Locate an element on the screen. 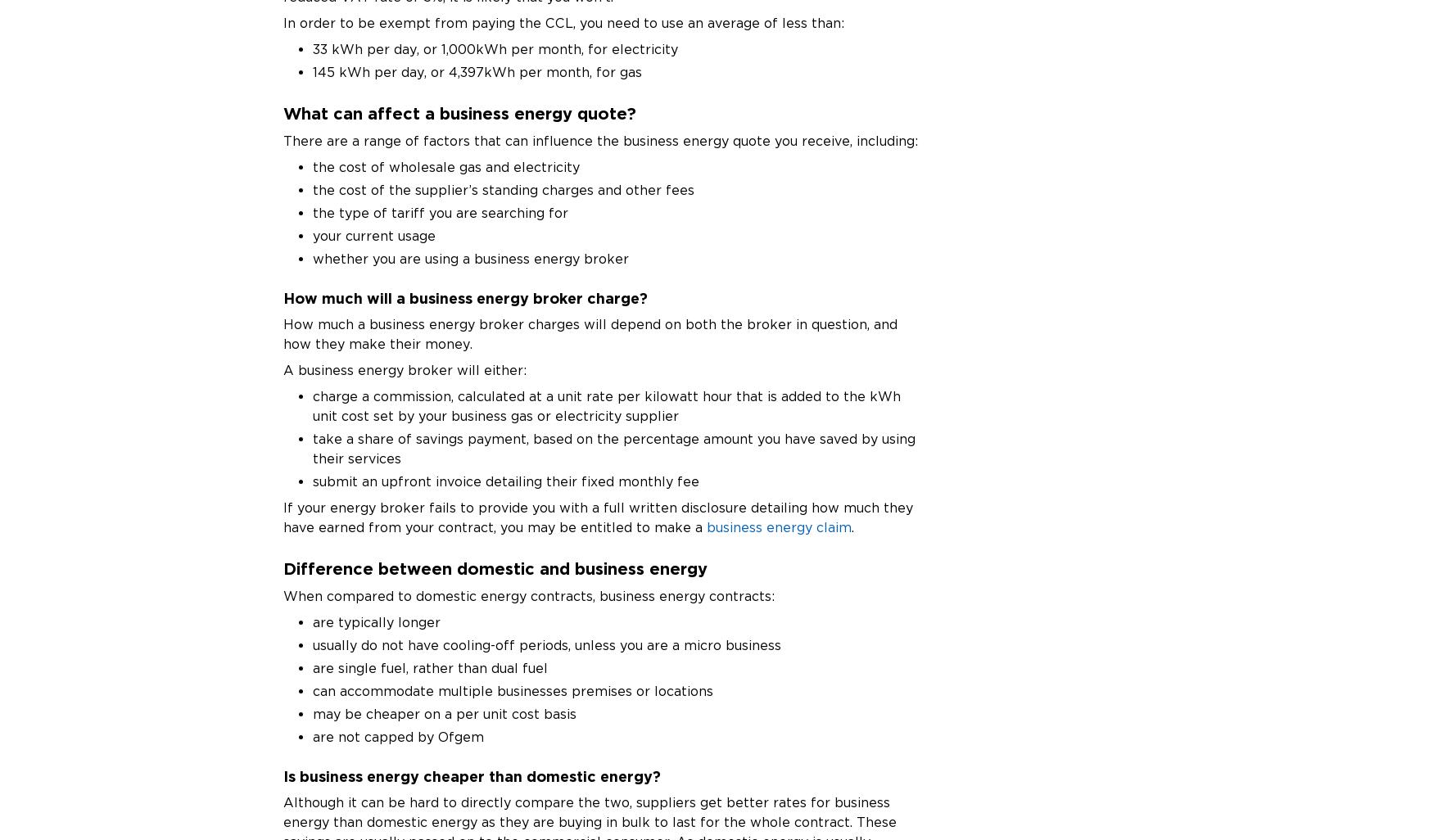  'may be cheaper on a per unit cost basis' is located at coordinates (445, 713).